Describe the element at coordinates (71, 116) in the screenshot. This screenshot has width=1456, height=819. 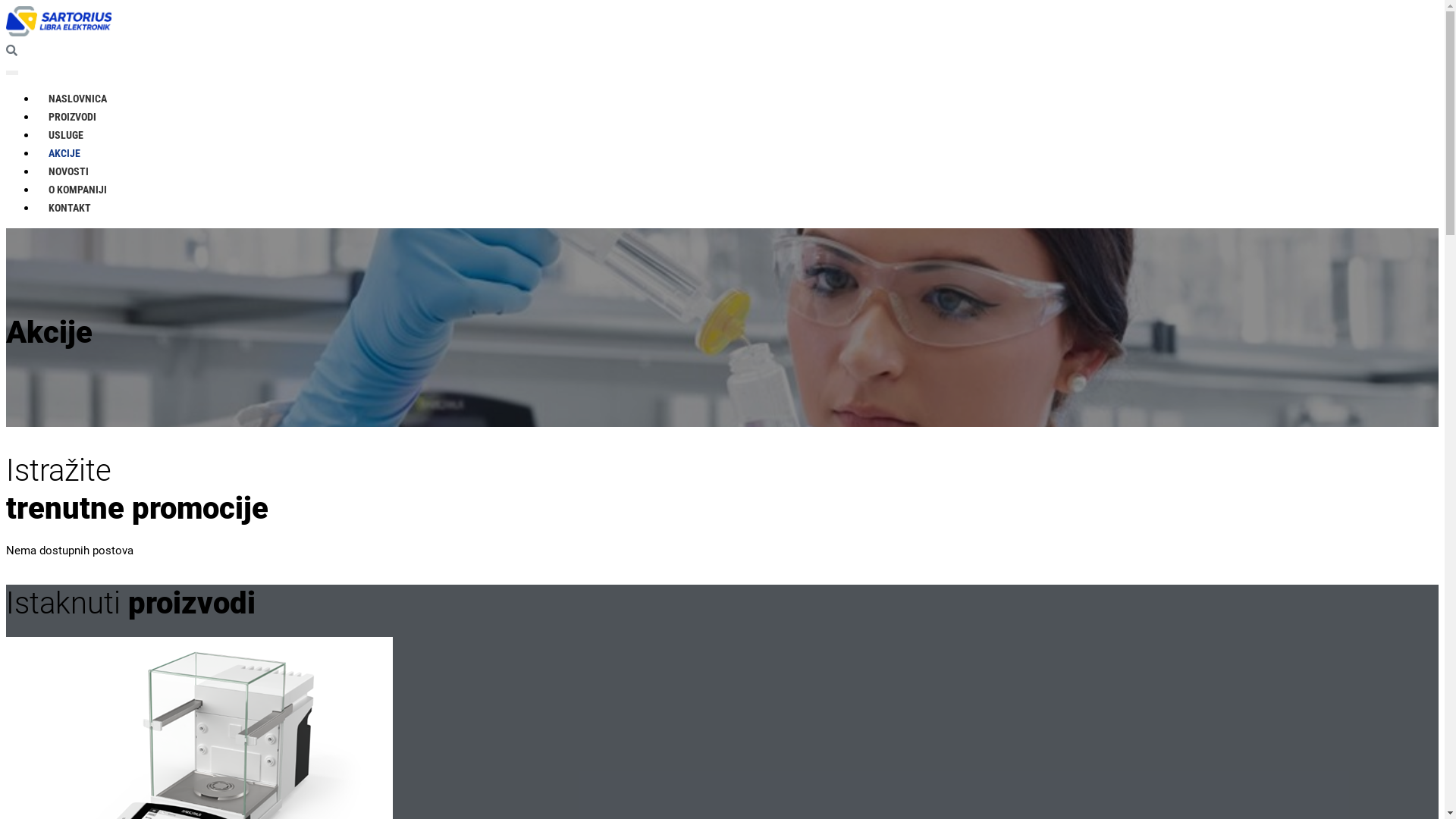
I see `'PROIZVODI'` at that location.